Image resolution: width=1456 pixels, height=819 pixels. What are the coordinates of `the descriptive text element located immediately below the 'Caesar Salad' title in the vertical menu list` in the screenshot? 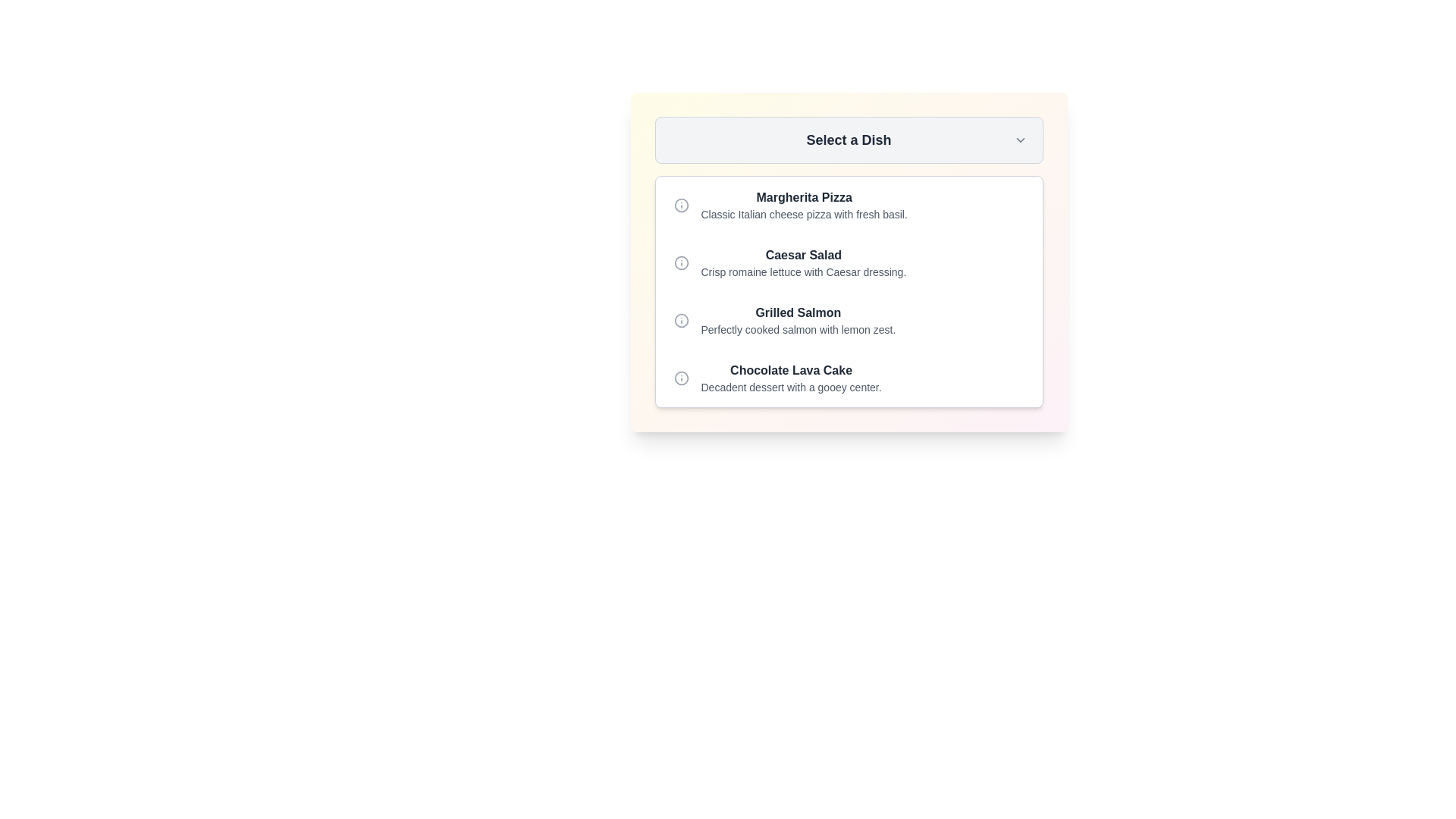 It's located at (802, 271).